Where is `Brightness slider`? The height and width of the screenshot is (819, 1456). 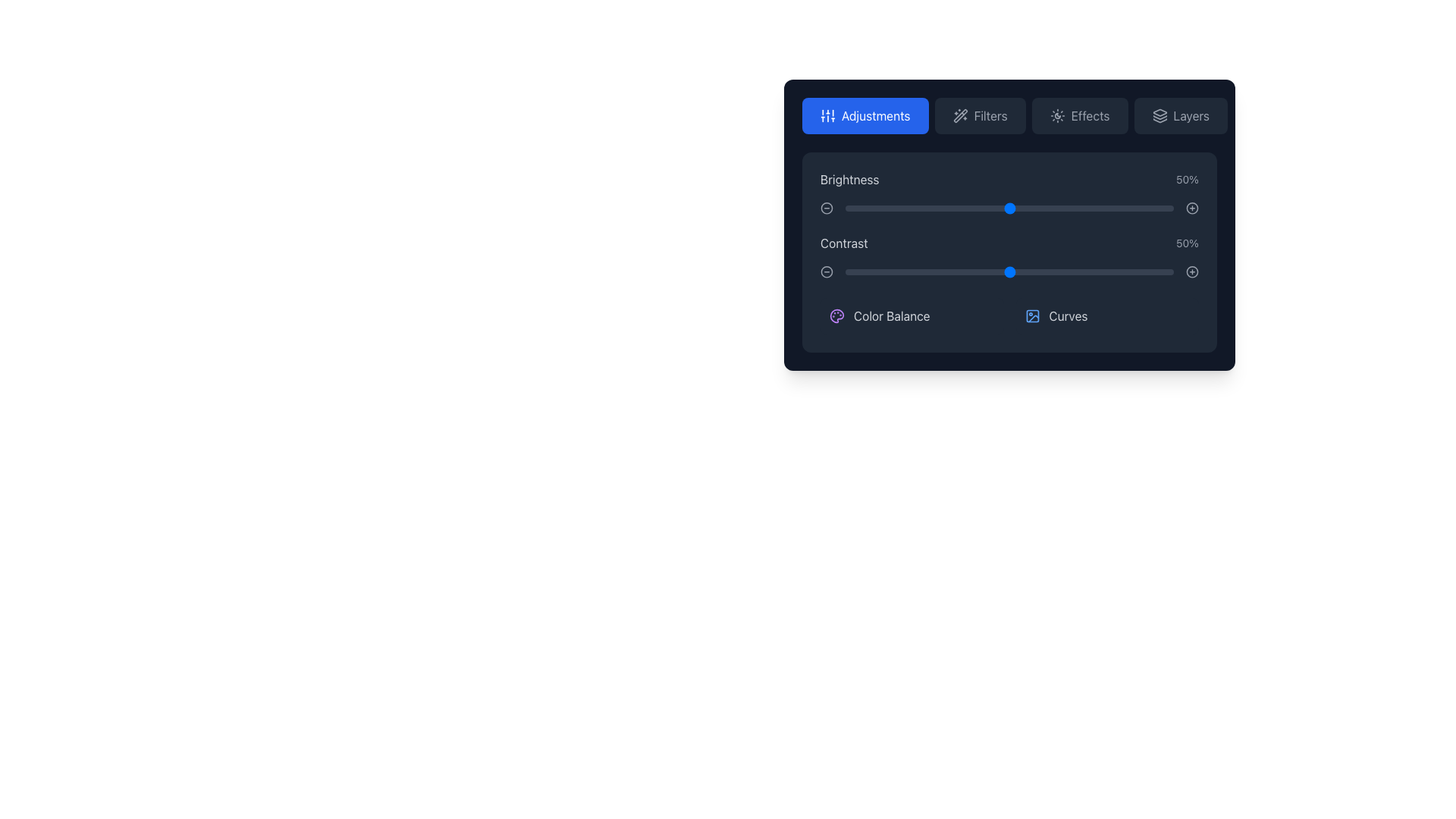
Brightness slider is located at coordinates (1031, 208).